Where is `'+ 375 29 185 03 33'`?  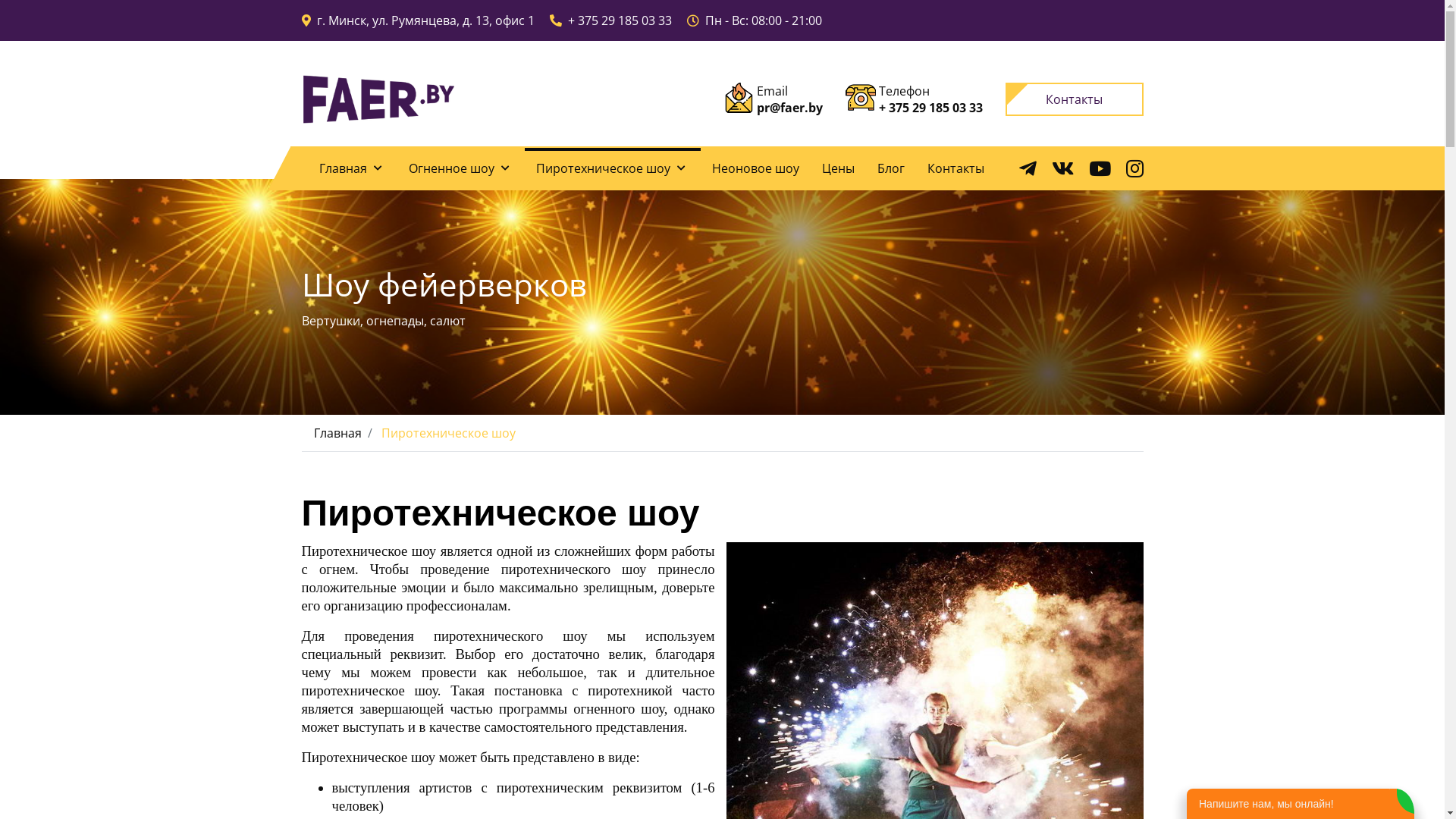
'+ 375 29 185 03 33' is located at coordinates (619, 20).